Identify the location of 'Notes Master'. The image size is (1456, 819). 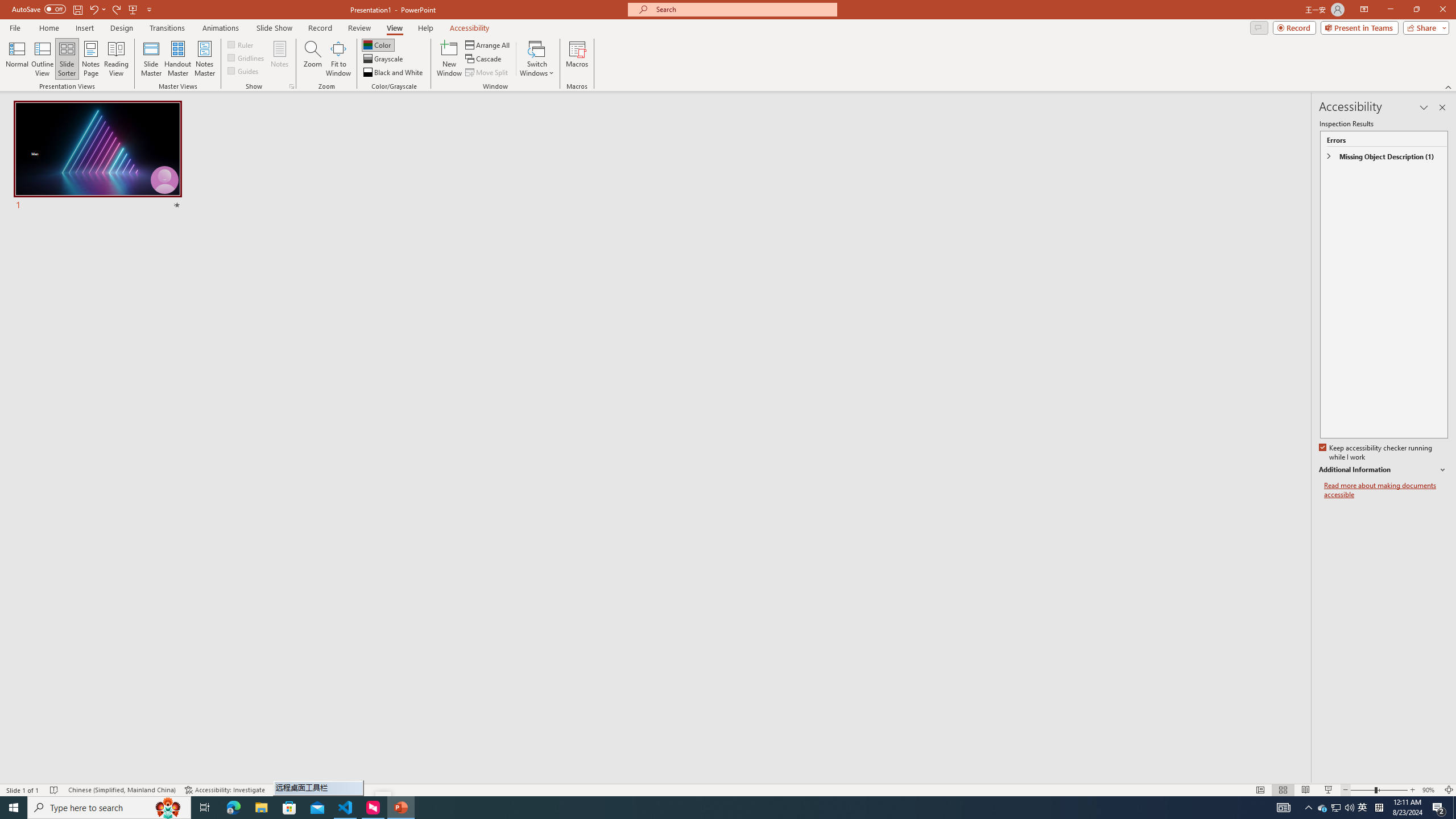
(204, 59).